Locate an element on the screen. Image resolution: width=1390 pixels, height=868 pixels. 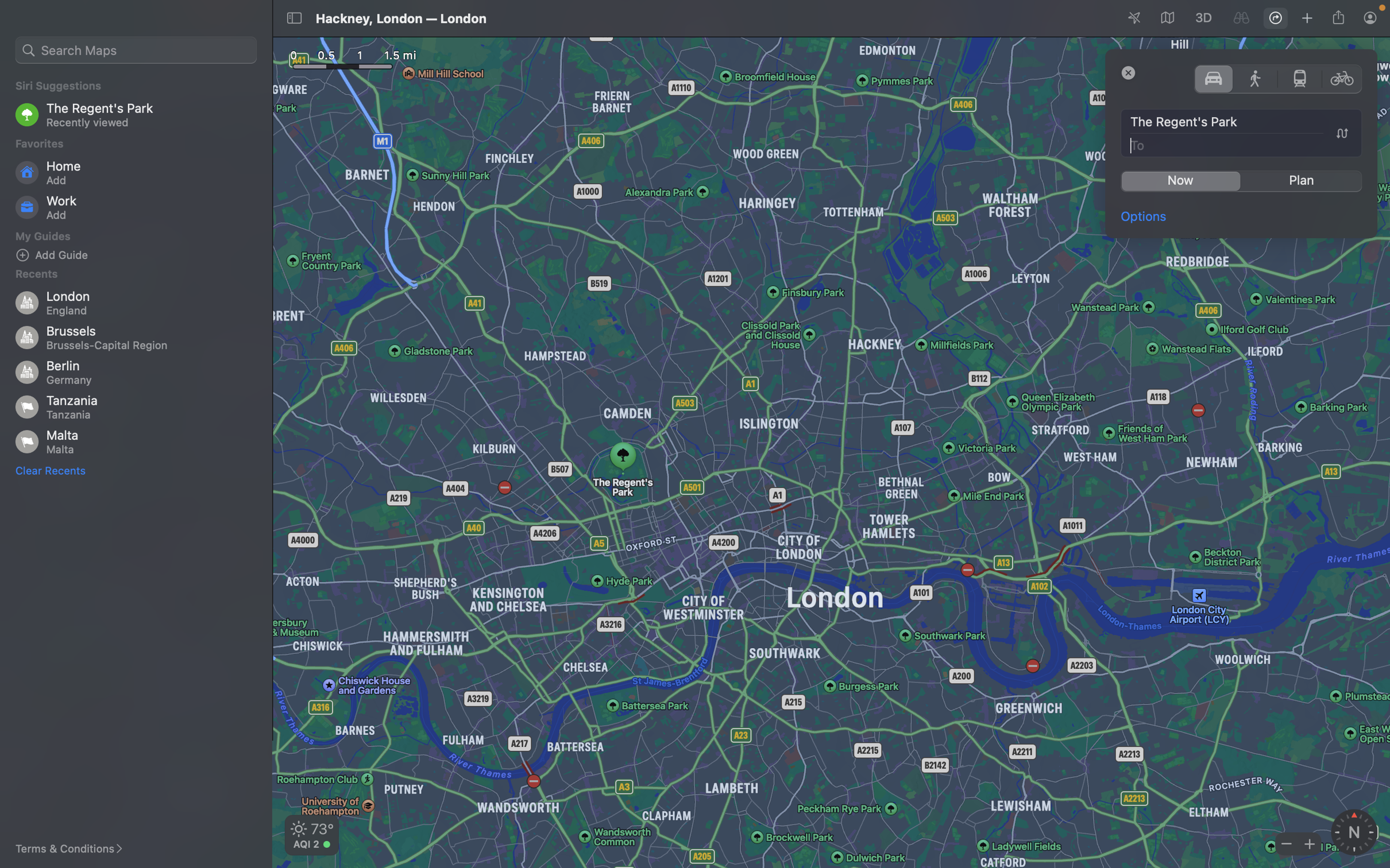
the destination as London is located at coordinates (1242, 144).